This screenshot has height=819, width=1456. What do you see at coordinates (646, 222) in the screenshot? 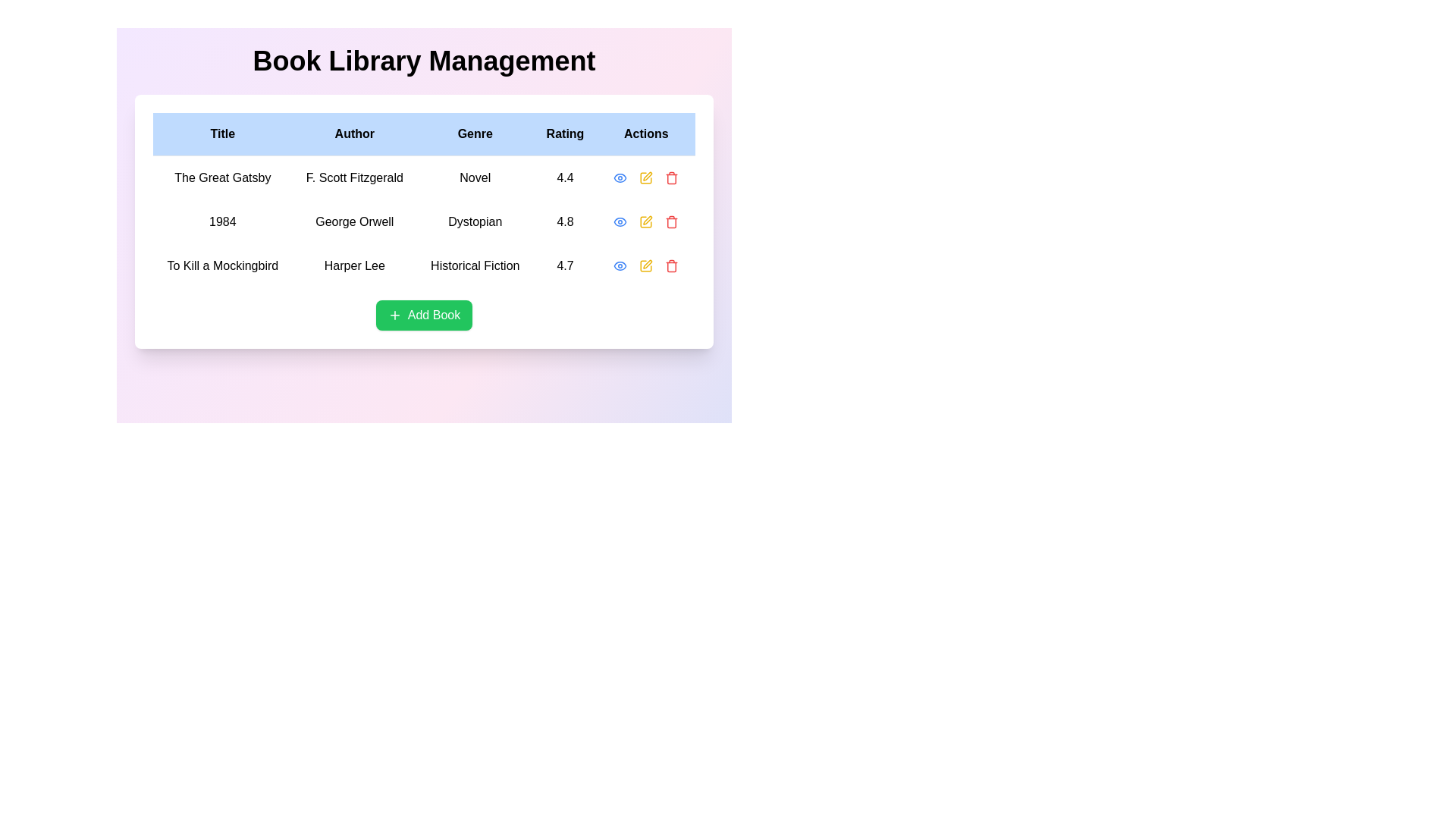
I see `the Icon button in the 'Actions' column of the '1984' row` at bounding box center [646, 222].